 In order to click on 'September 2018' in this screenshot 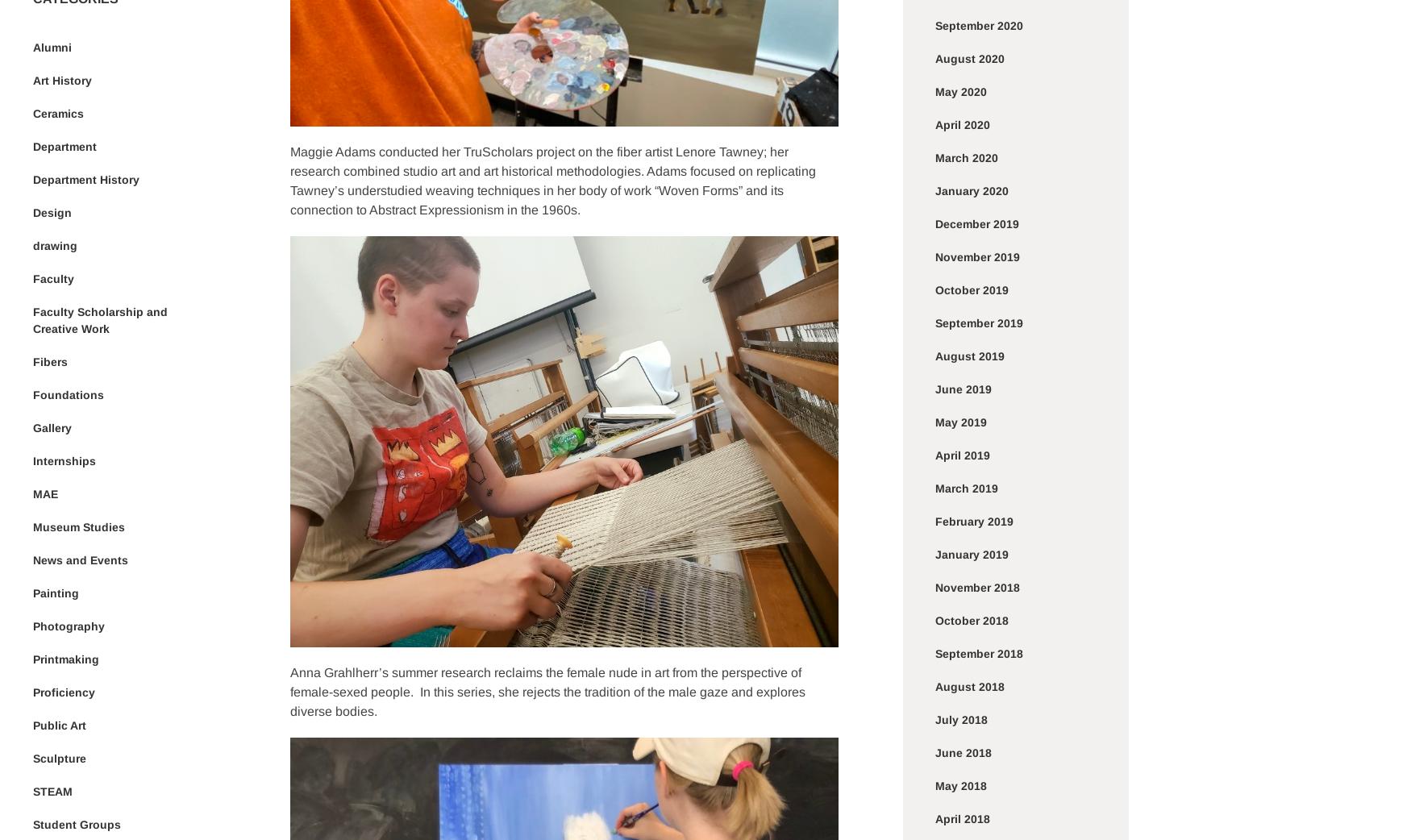, I will do `click(934, 653)`.